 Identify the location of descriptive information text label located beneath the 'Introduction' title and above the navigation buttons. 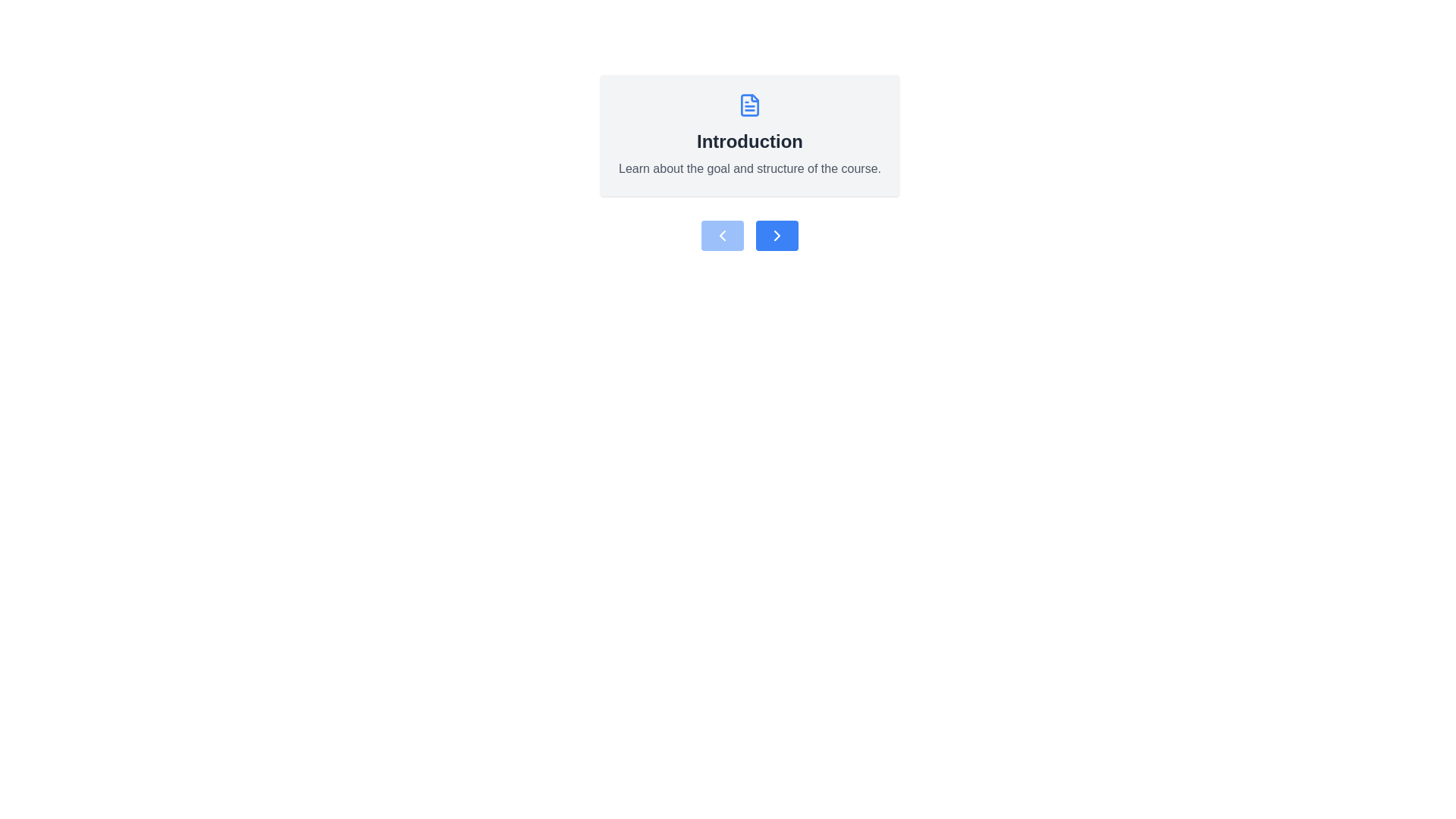
(749, 169).